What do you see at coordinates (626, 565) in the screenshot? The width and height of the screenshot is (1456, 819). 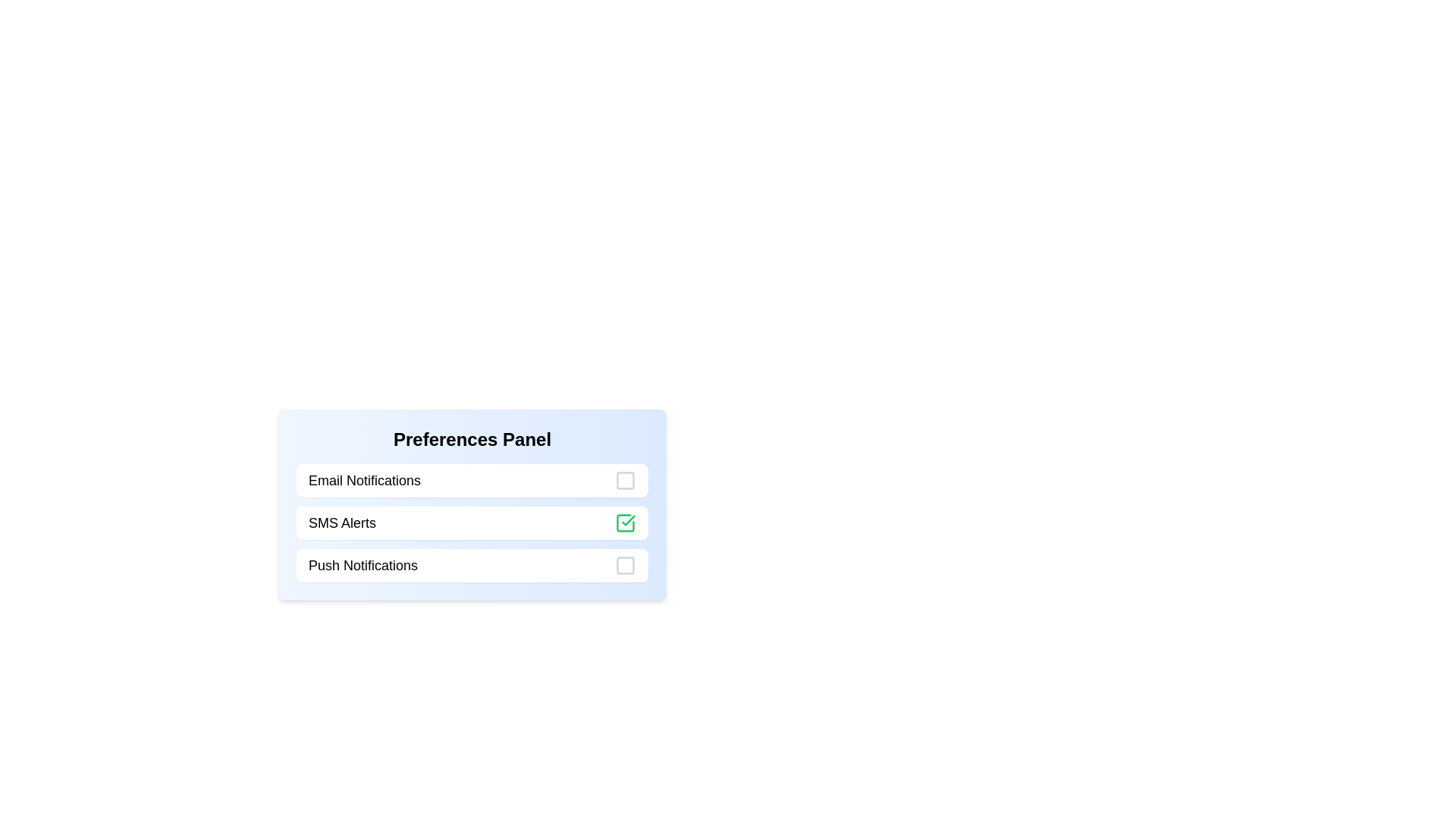 I see `the checkmark inside the checkbox for 'Push Notifications' in the third row of the 'Preferences Panel'` at bounding box center [626, 565].